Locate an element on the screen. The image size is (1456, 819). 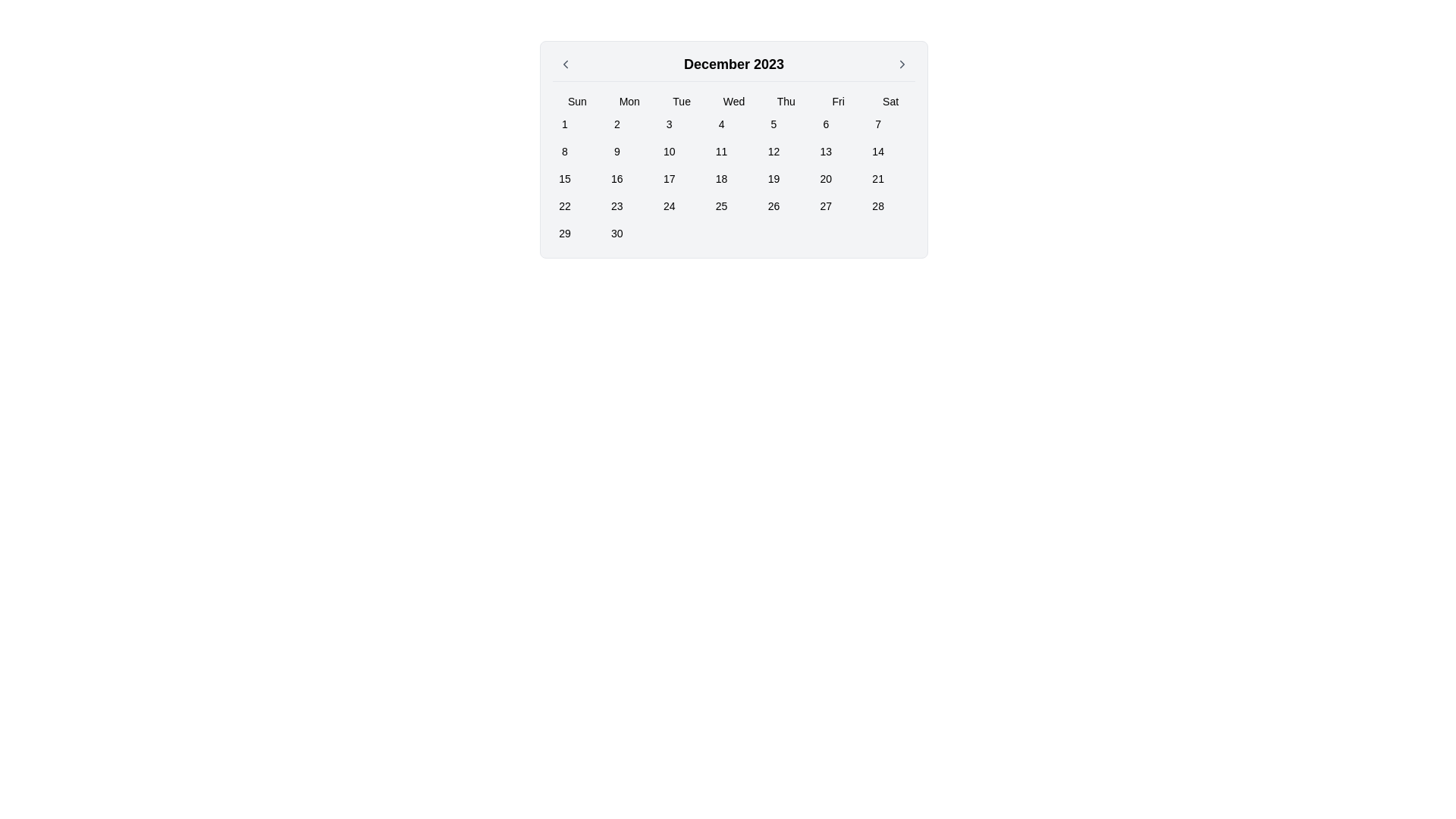
the calendar day cell displaying the number '3' located under the 'Tue' column is located at coordinates (668, 124).